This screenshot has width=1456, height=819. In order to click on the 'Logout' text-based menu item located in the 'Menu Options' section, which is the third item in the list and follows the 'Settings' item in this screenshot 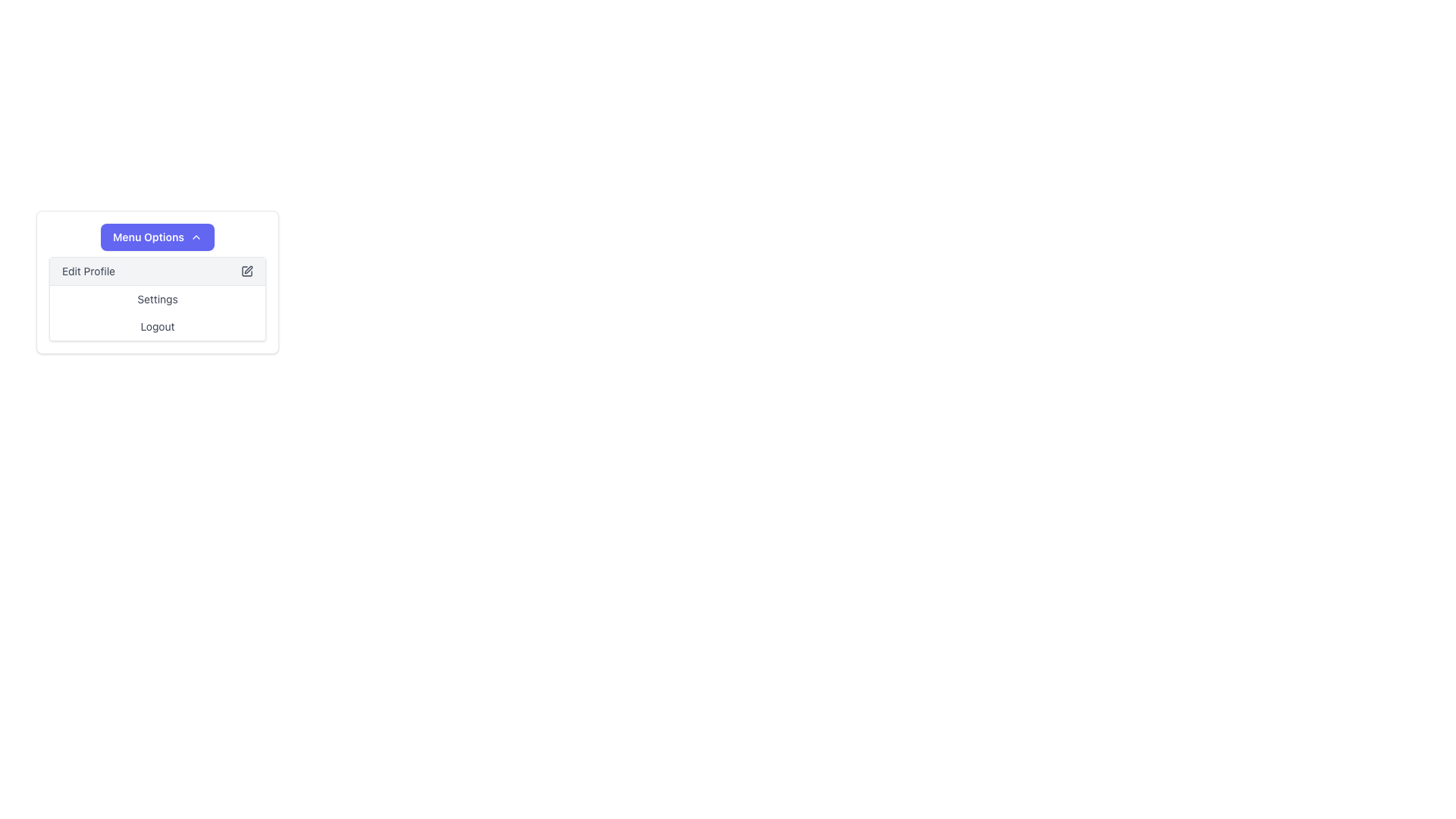, I will do `click(157, 326)`.